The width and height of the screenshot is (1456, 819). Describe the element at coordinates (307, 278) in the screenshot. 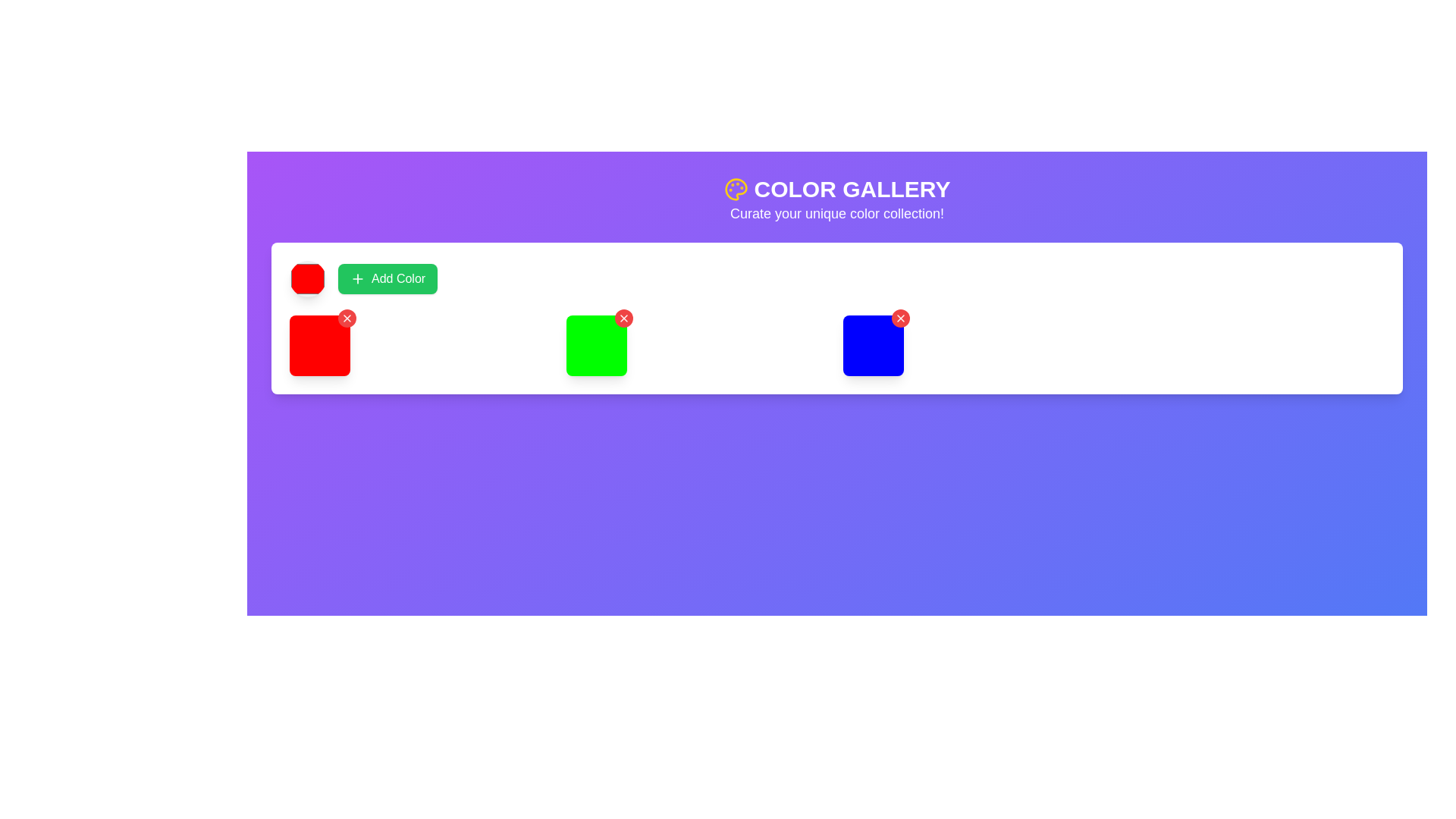

I see `the red circular color display selector located to the left of the green 'Add Color' button` at that location.